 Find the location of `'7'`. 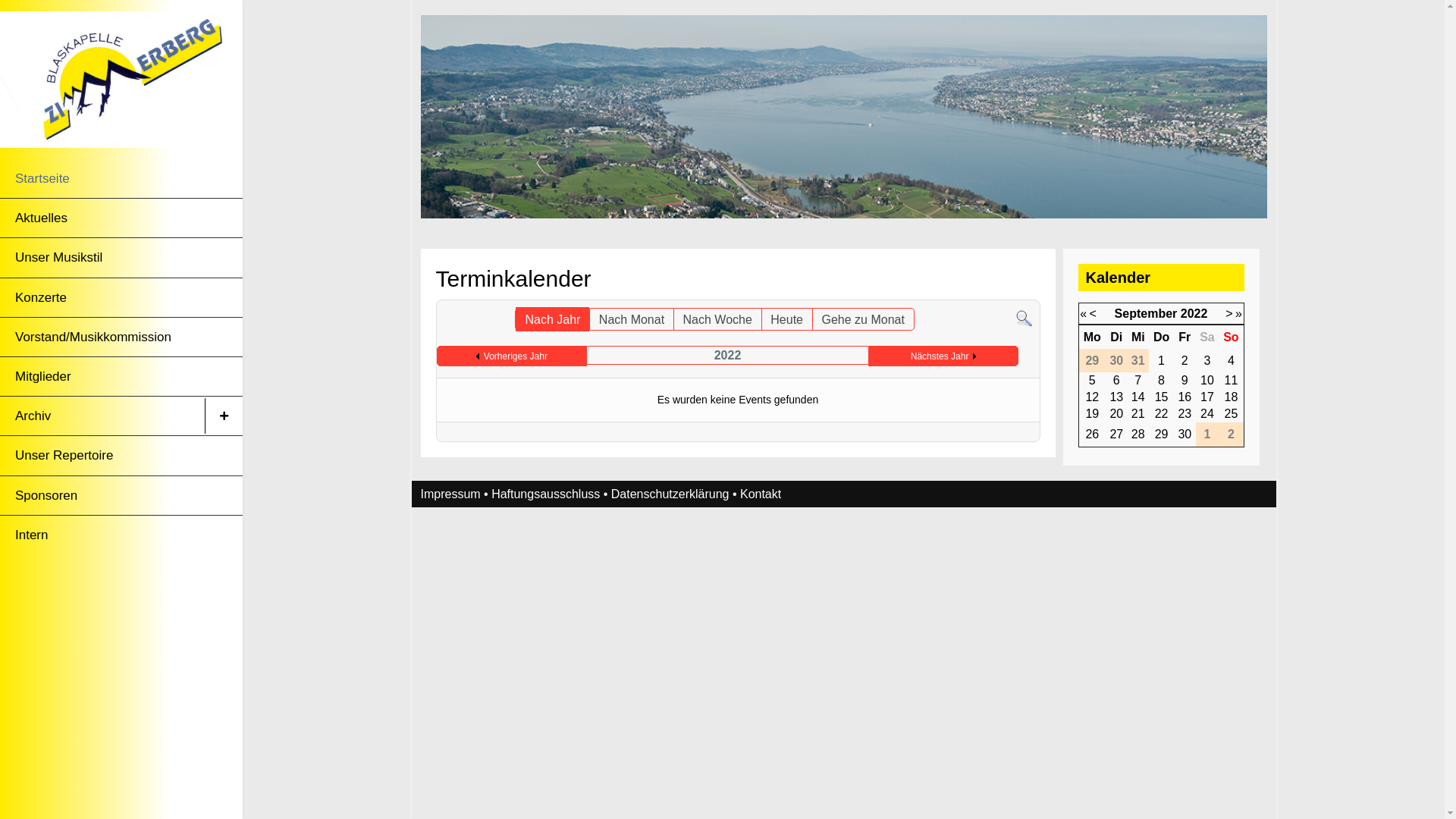

'7' is located at coordinates (1137, 379).